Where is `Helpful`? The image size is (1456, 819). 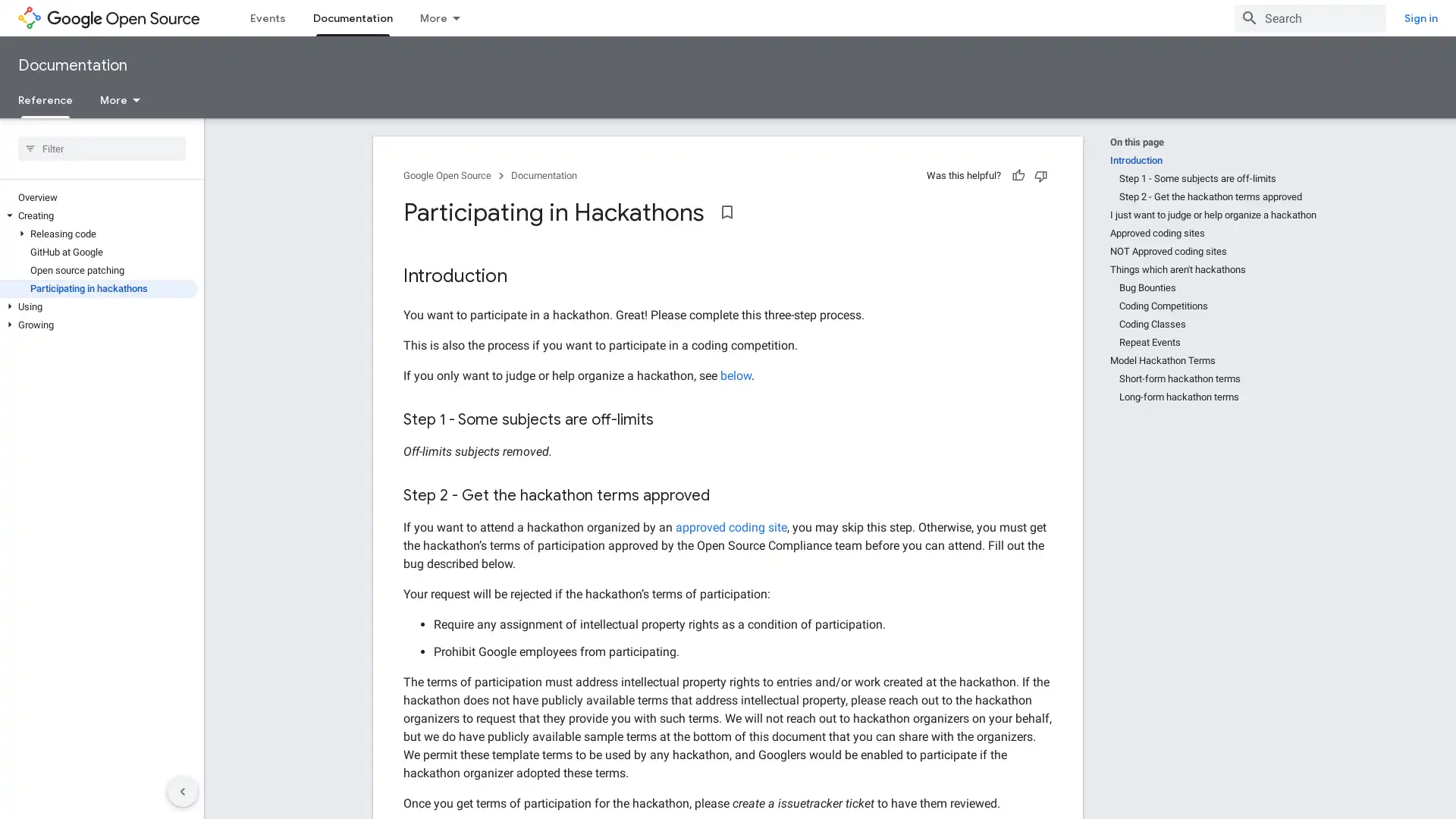 Helpful is located at coordinates (1018, 174).